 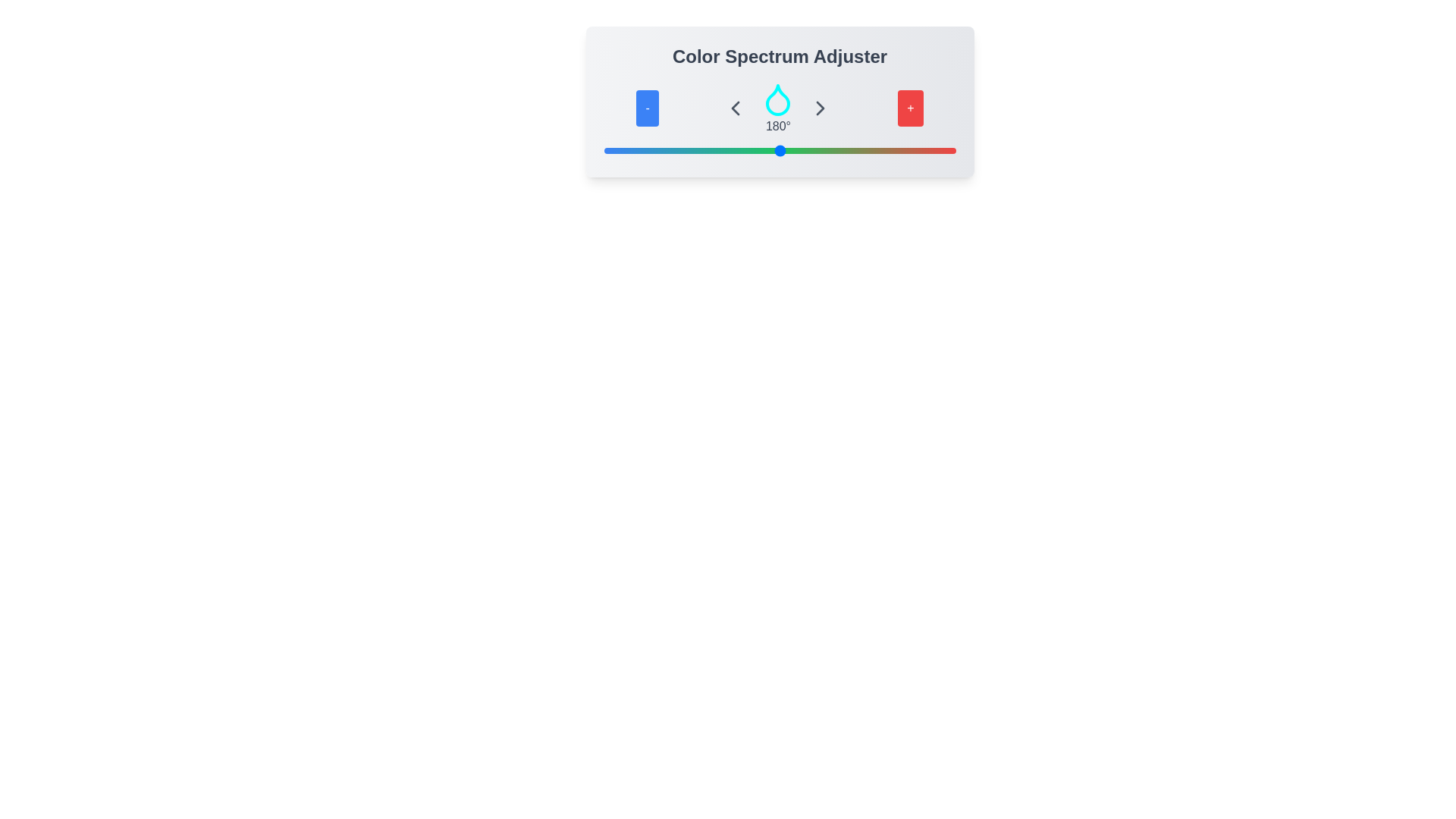 What do you see at coordinates (918, 151) in the screenshot?
I see `the slider to set the color value to 322` at bounding box center [918, 151].